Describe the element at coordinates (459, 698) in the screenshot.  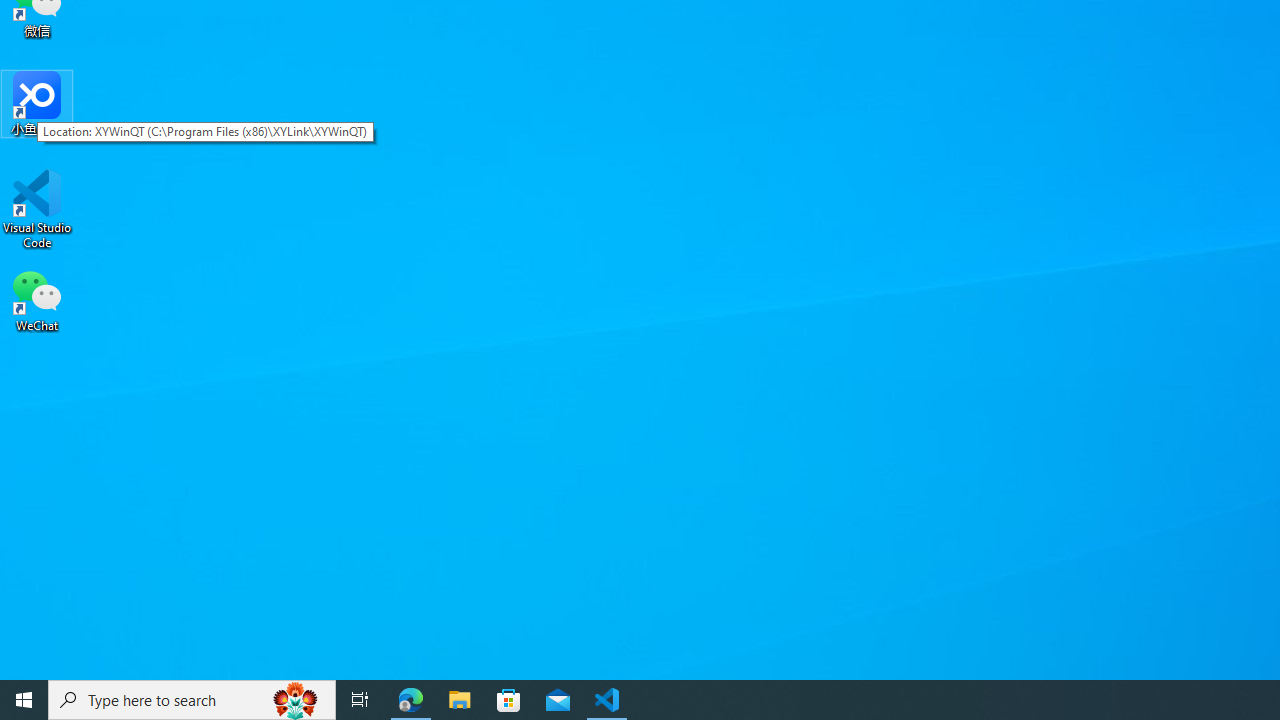
I see `'File Explorer'` at that location.